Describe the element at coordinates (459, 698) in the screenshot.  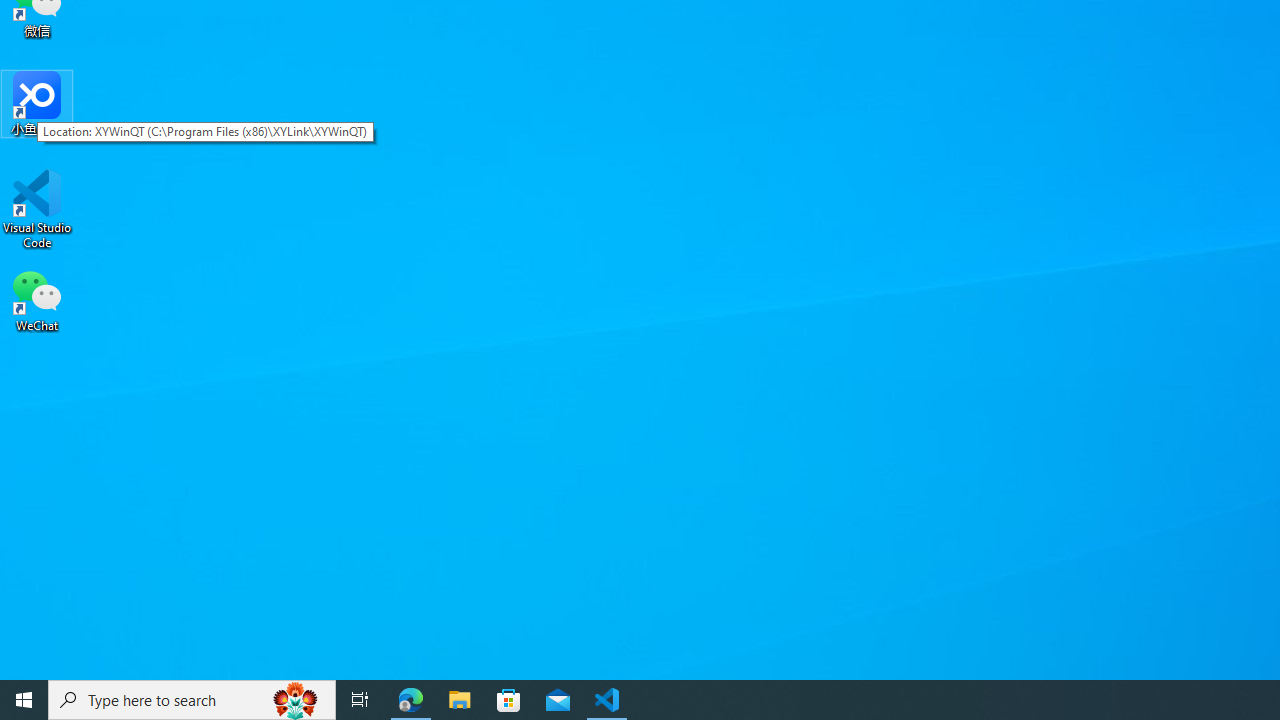
I see `'File Explorer'` at that location.